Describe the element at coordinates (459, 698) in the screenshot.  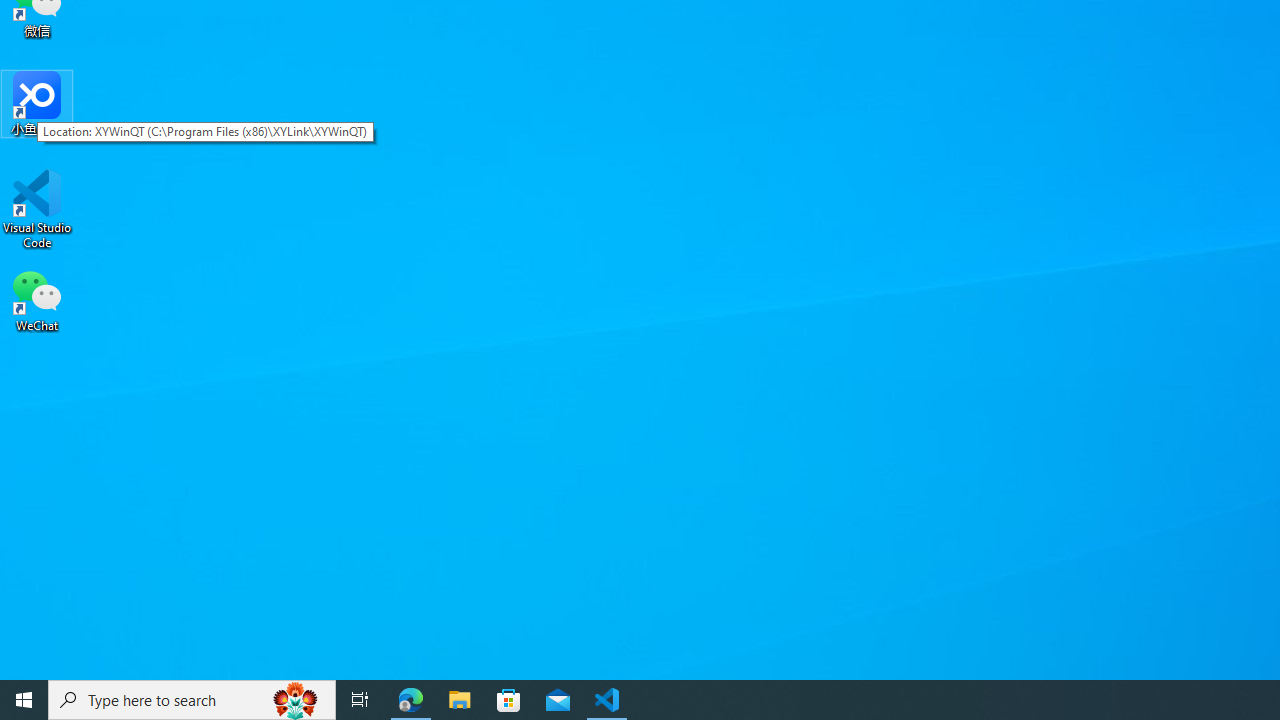
I see `'File Explorer'` at that location.